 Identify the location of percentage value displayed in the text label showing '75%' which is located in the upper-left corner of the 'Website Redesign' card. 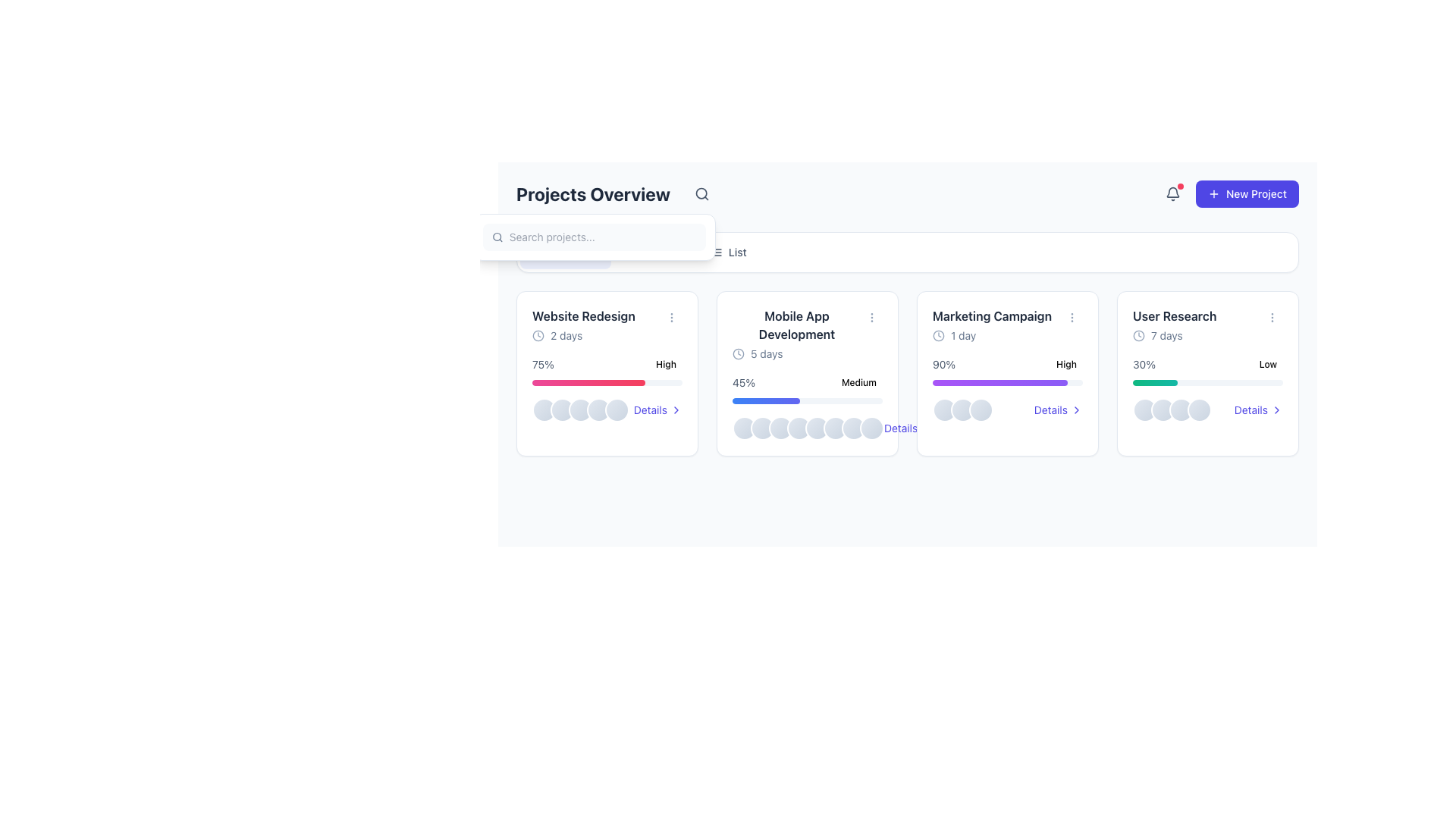
(543, 365).